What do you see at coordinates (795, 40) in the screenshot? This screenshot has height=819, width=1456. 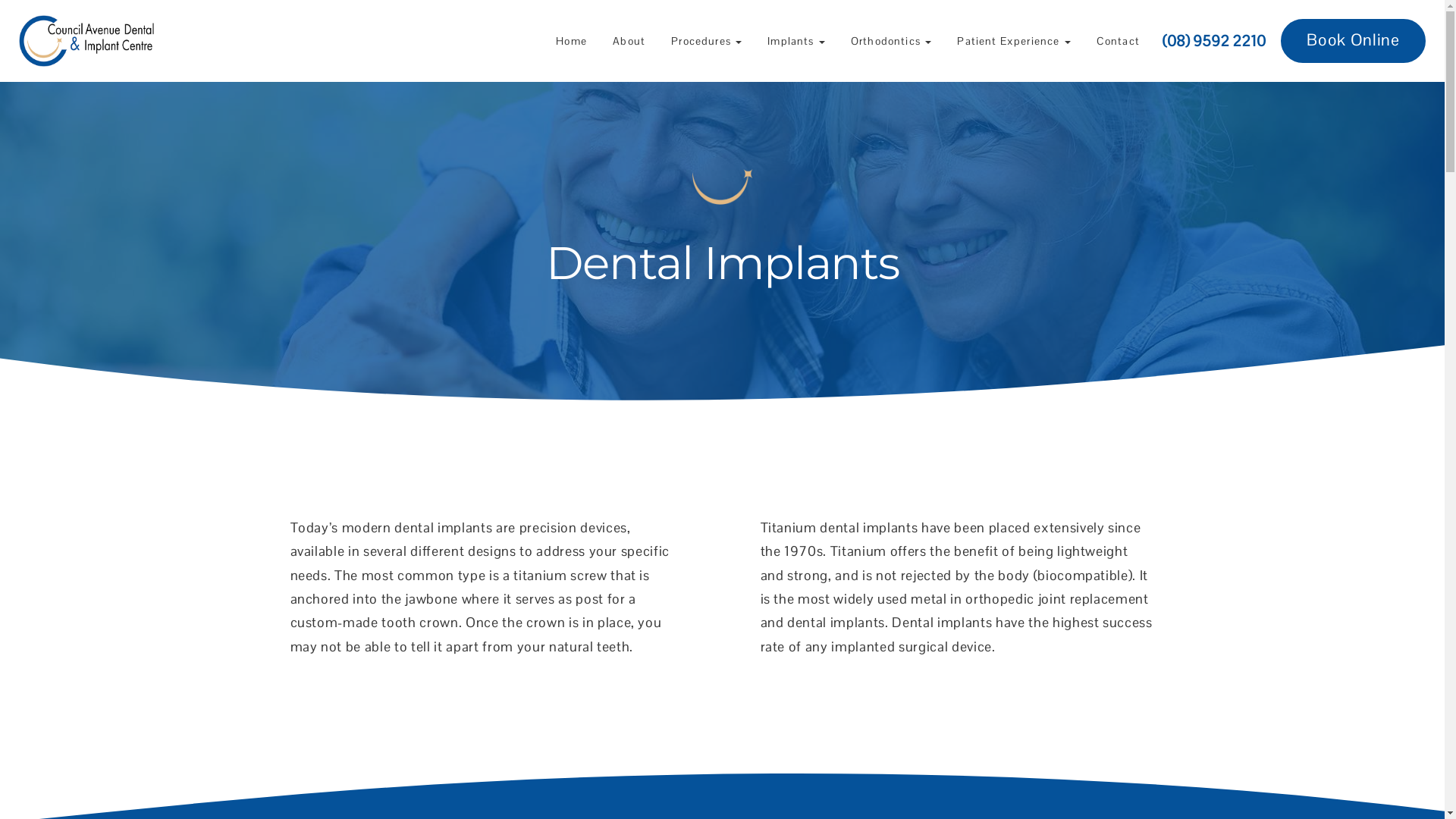 I see `'Implants'` at bounding box center [795, 40].